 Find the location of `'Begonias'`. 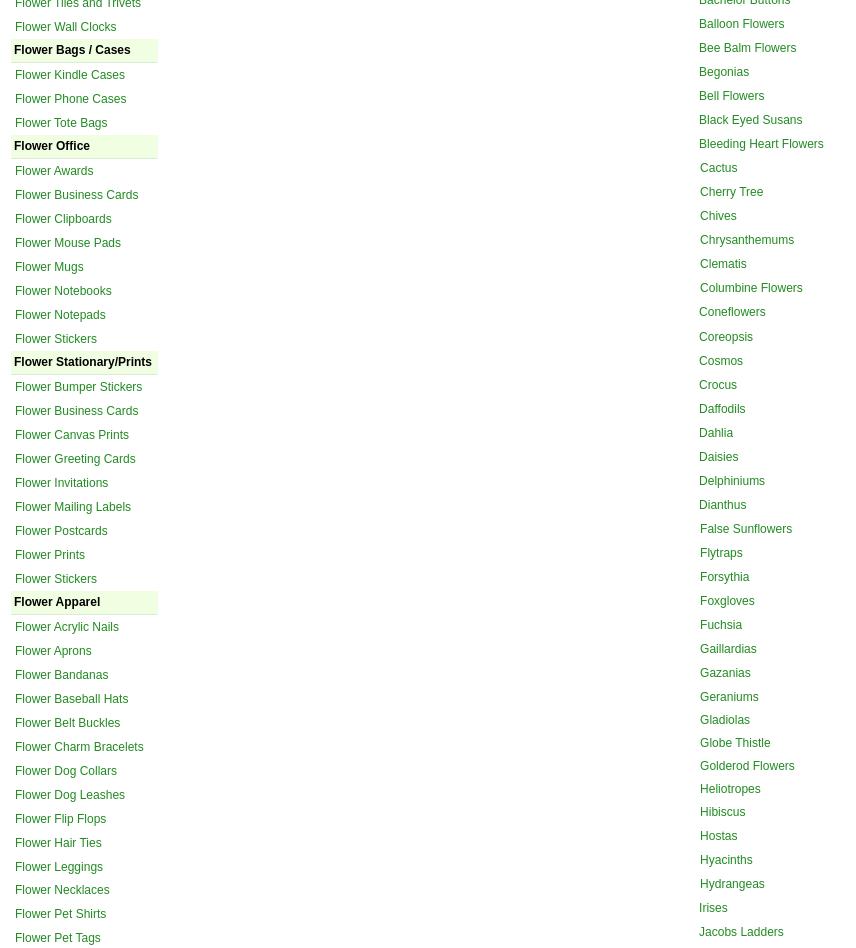

'Begonias' is located at coordinates (724, 71).